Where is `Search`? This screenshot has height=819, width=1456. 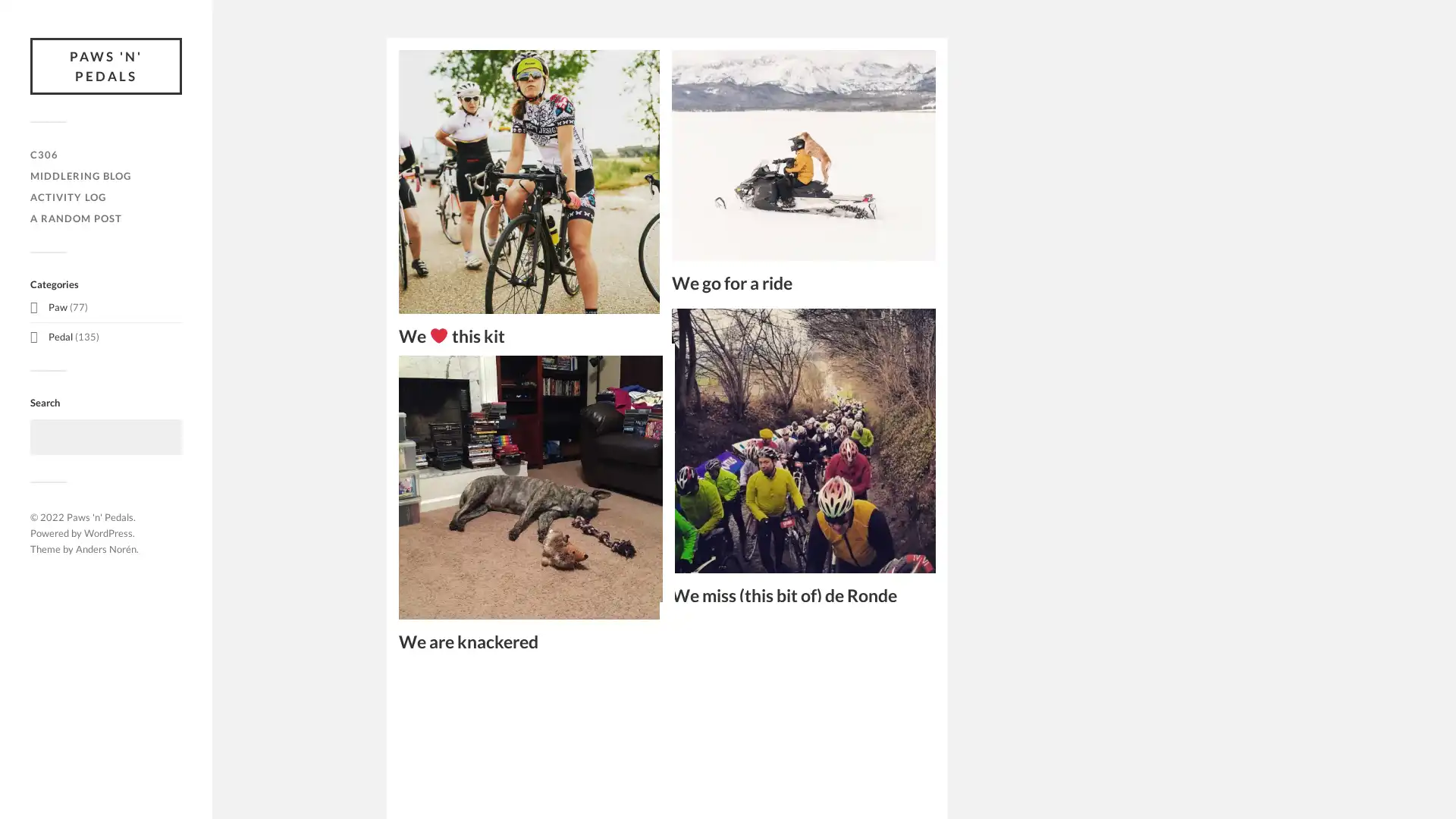 Search is located at coordinates (163, 437).